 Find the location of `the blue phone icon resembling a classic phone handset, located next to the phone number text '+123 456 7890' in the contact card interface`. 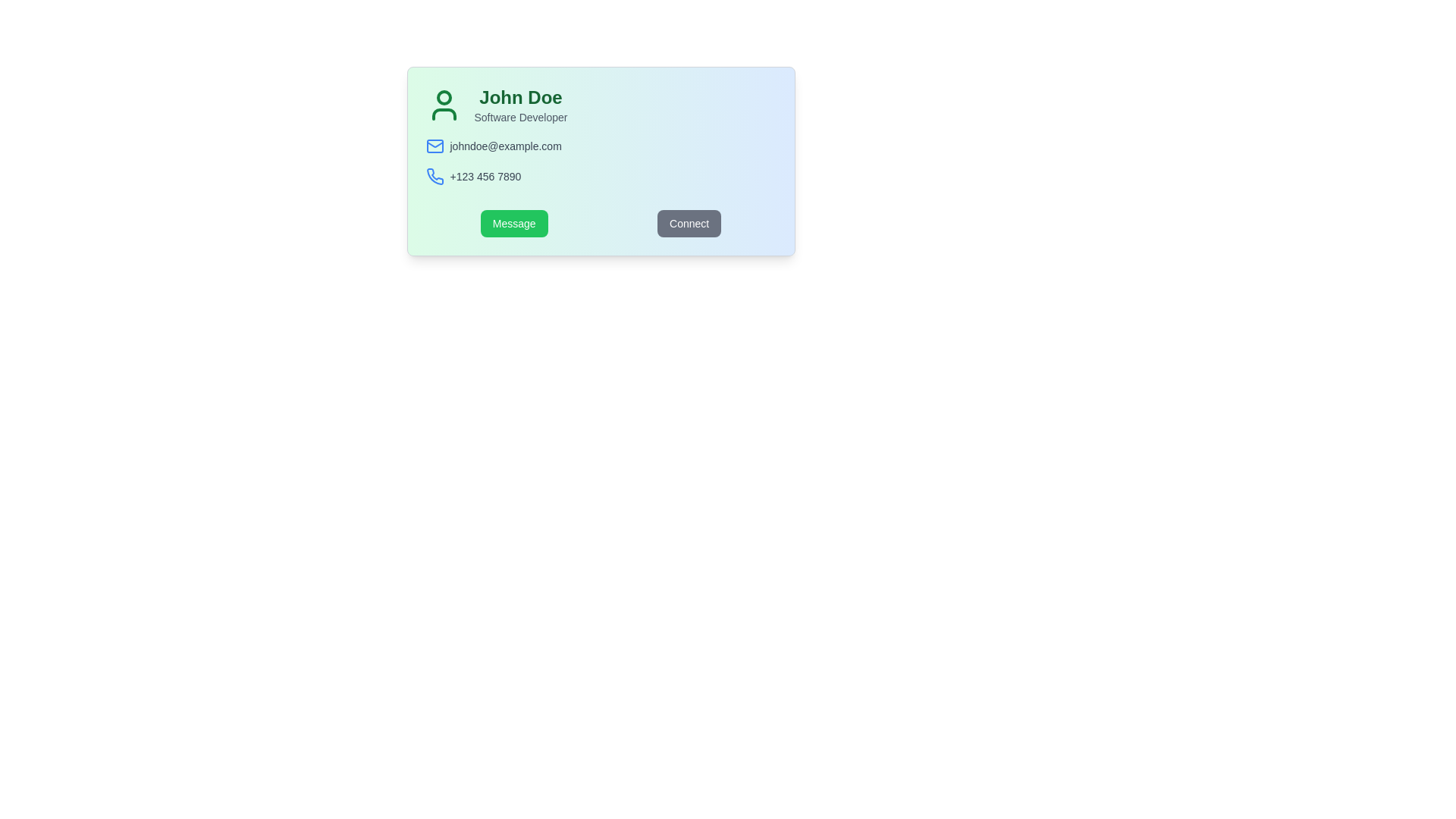

the blue phone icon resembling a classic phone handset, located next to the phone number text '+123 456 7890' in the contact card interface is located at coordinates (434, 175).